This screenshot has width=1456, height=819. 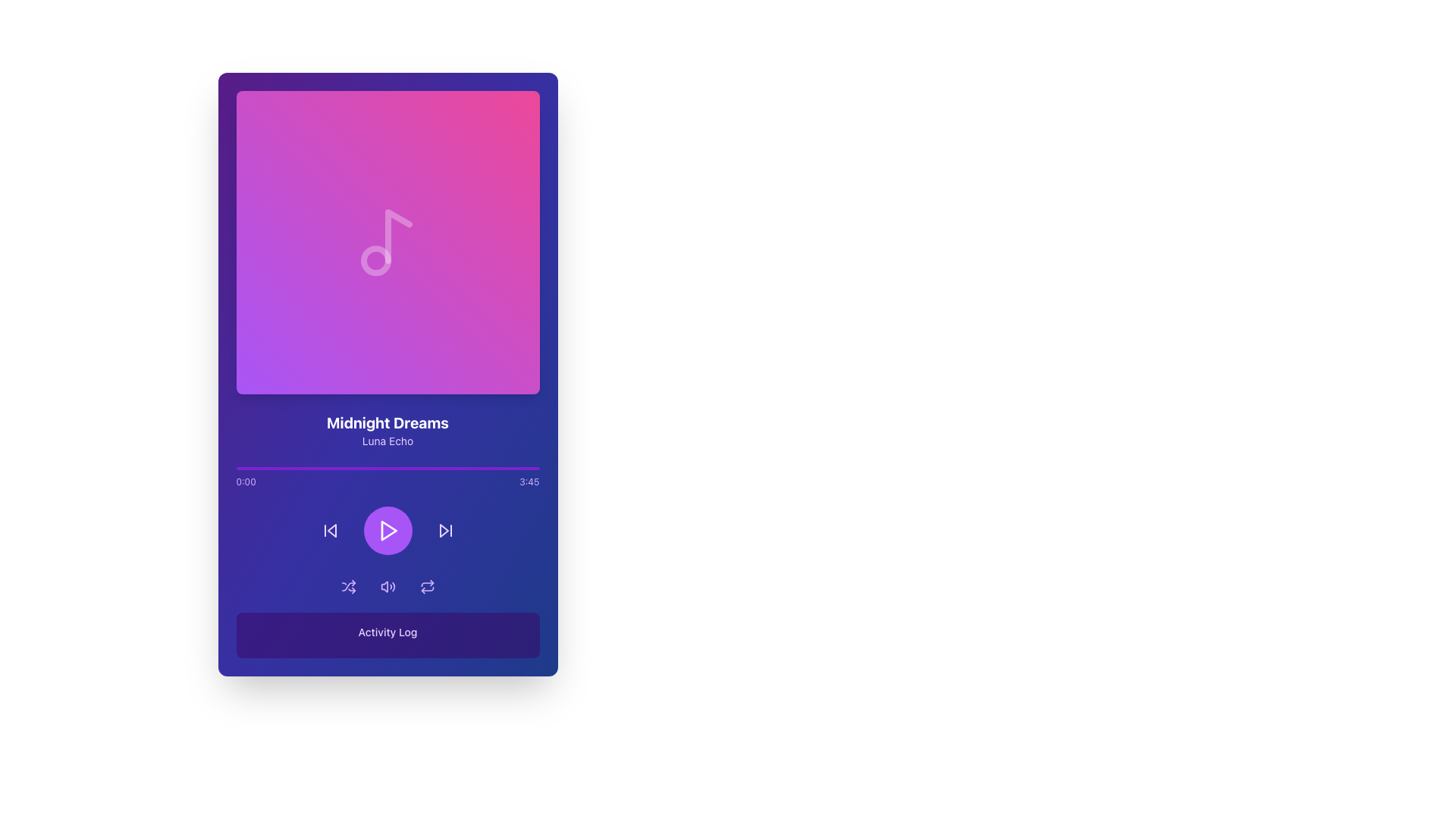 I want to click on the circular purple button with a white play icon located at the center of the player control section, so click(x=388, y=529).